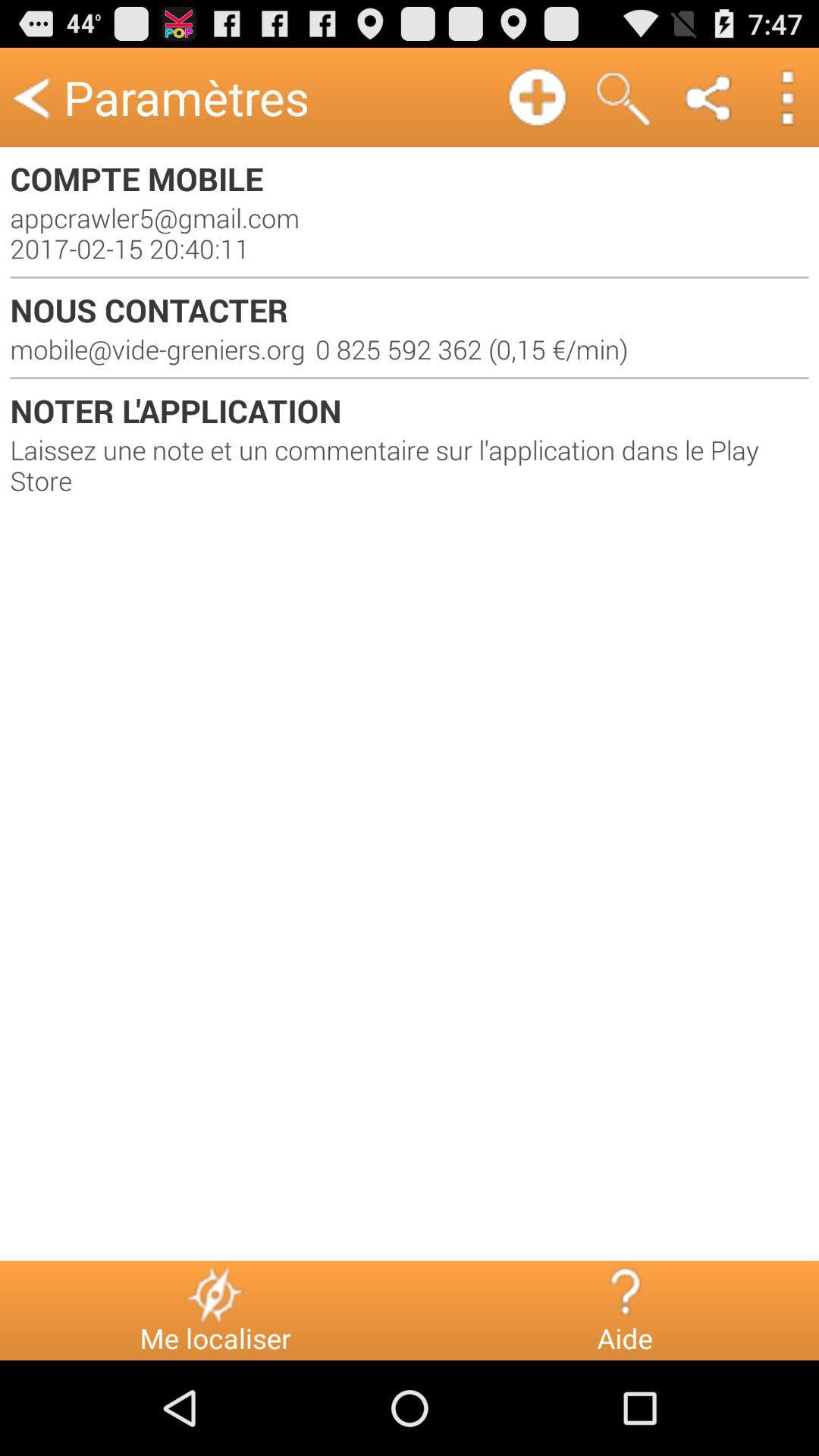 This screenshot has height=1456, width=819. Describe the element at coordinates (624, 1385) in the screenshot. I see `the help icon` at that location.